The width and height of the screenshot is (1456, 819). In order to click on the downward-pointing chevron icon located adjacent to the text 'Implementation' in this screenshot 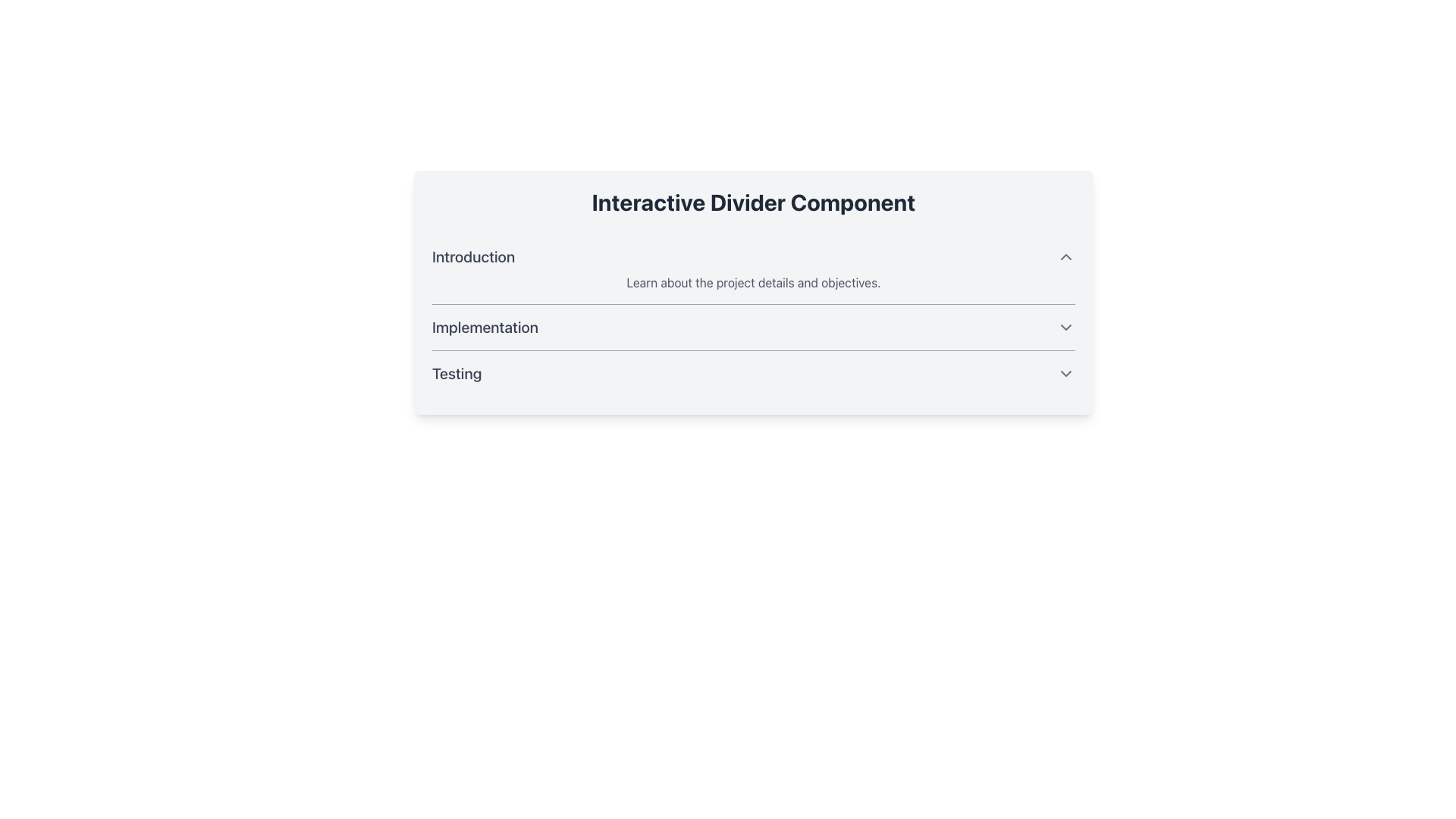, I will do `click(1065, 327)`.